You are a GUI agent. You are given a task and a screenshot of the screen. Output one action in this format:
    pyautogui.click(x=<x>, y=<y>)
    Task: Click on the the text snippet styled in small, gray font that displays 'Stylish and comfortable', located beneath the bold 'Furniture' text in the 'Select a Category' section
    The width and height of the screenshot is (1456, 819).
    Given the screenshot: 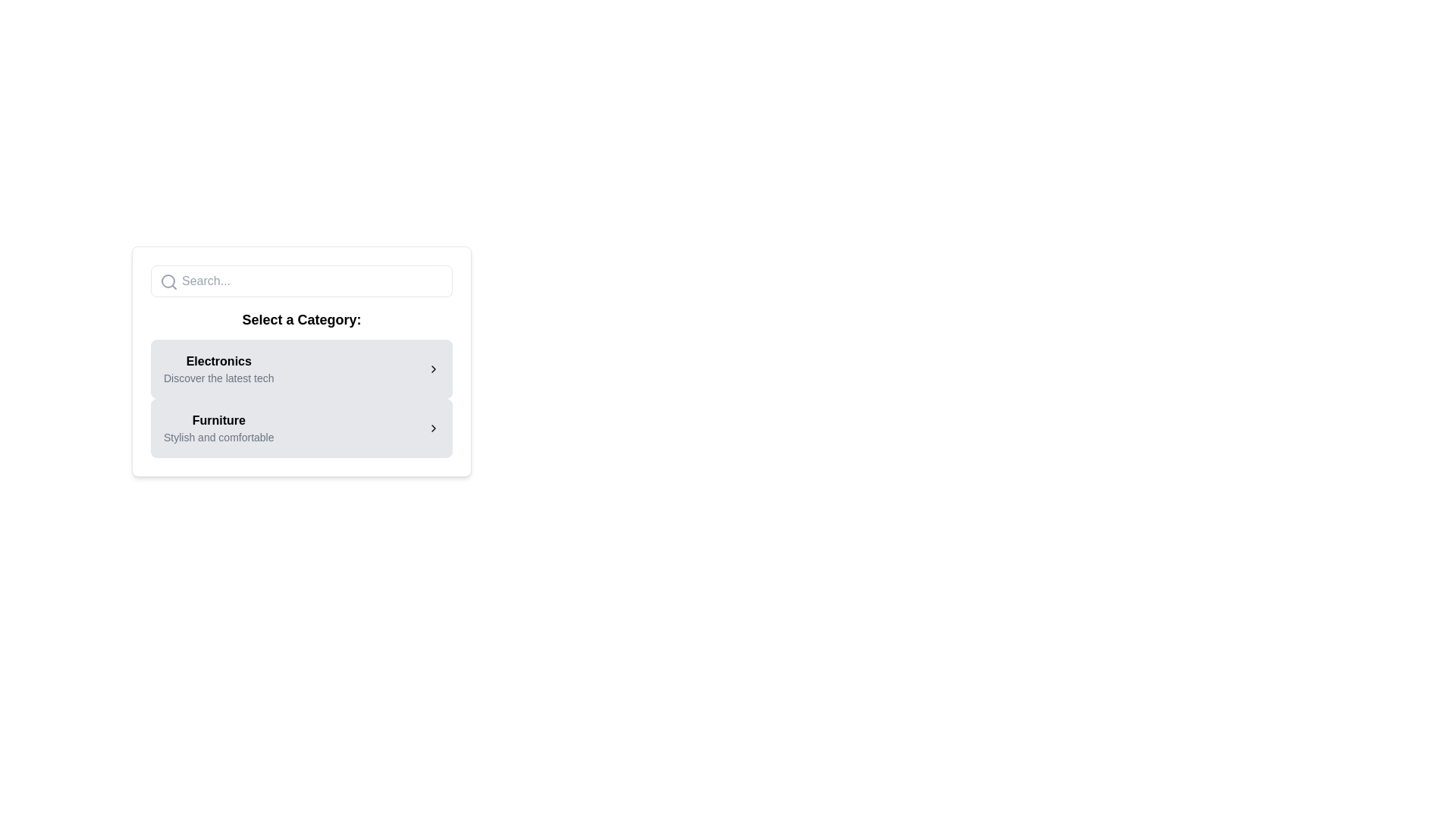 What is the action you would take?
    pyautogui.click(x=218, y=438)
    